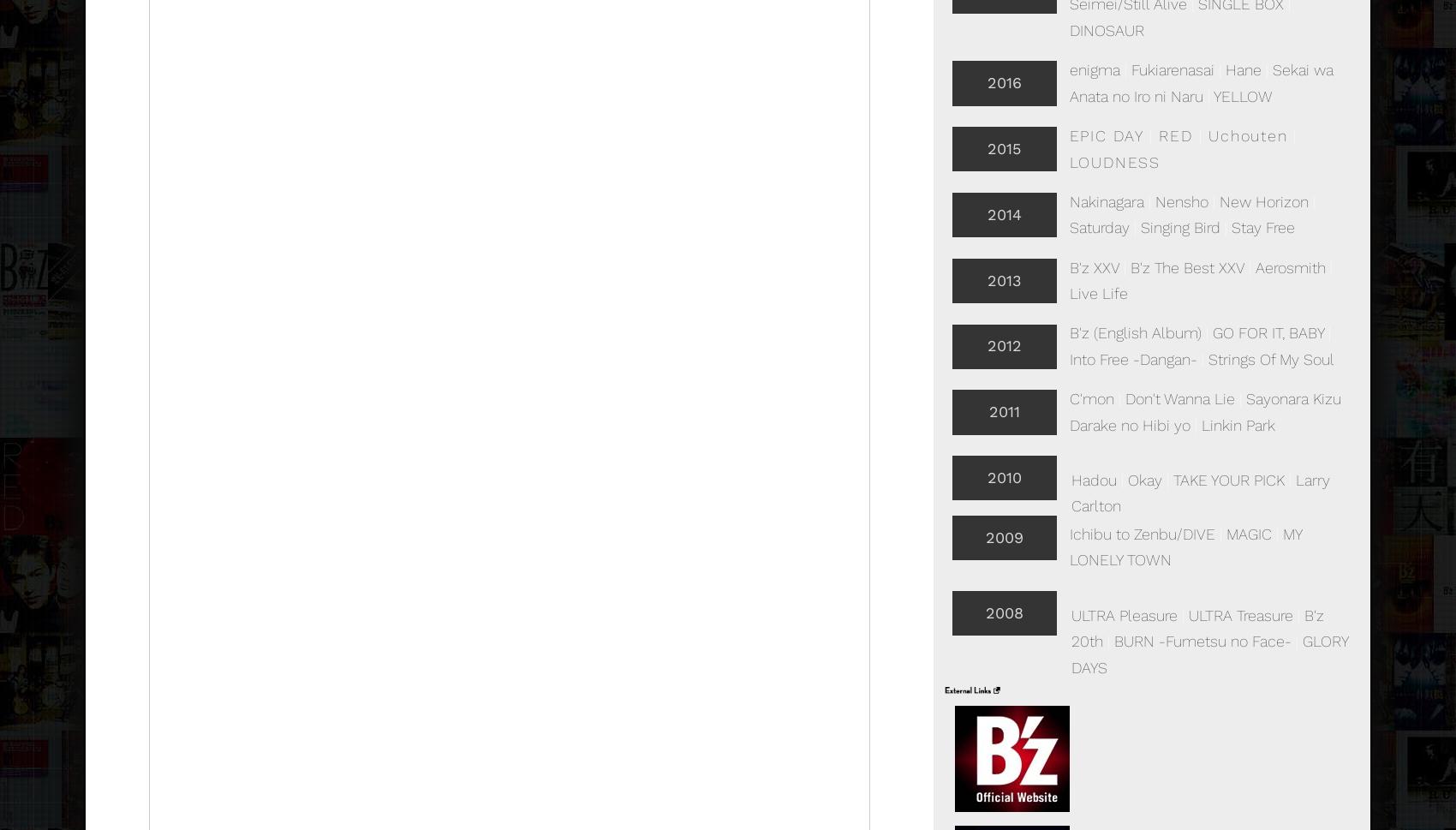 The height and width of the screenshot is (830, 1456). Describe the element at coordinates (1179, 227) in the screenshot. I see `'Singing Bird'` at that location.